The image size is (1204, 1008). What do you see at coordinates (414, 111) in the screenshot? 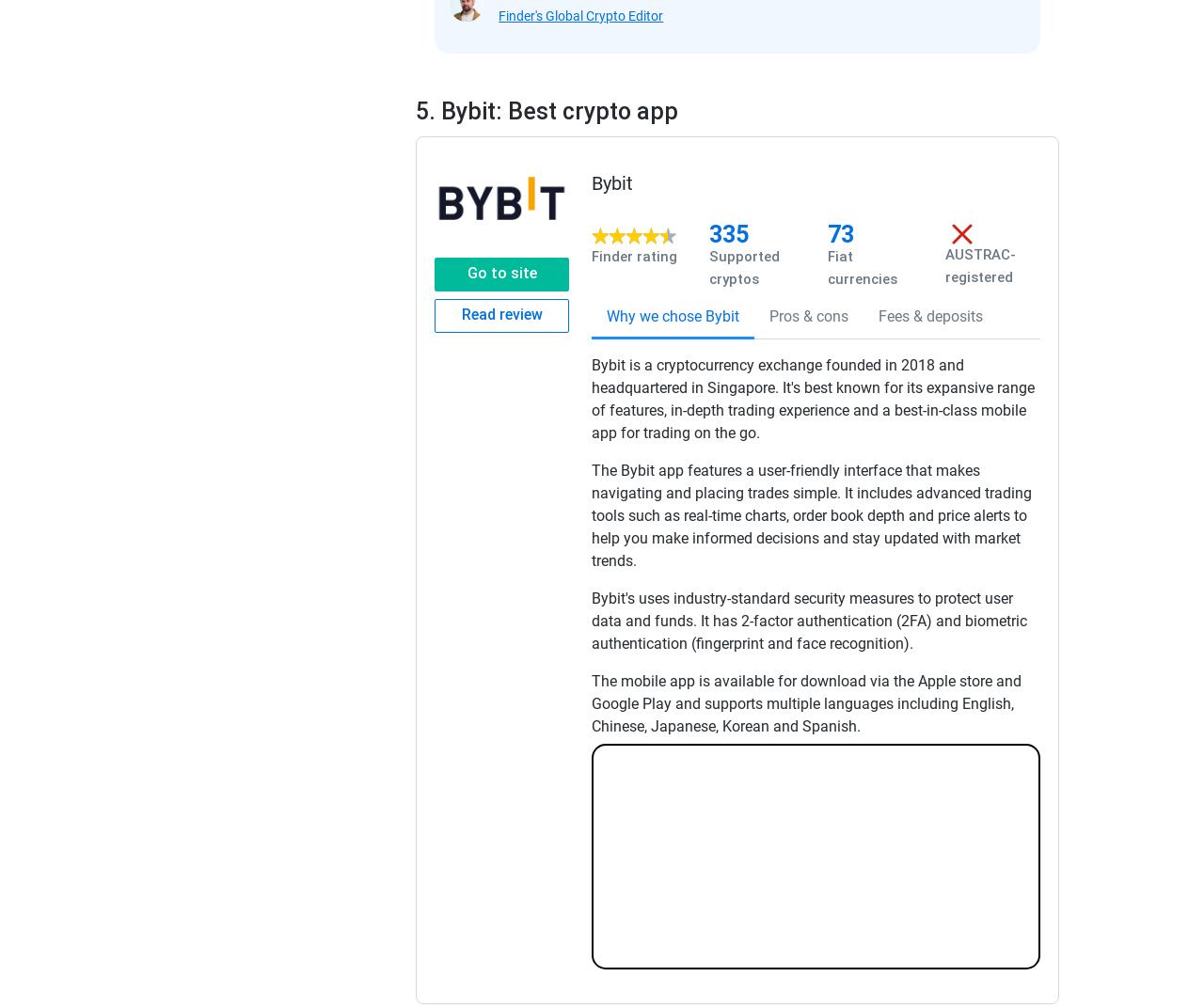
I see `'5. Bybit: Best crypto app'` at bounding box center [414, 111].